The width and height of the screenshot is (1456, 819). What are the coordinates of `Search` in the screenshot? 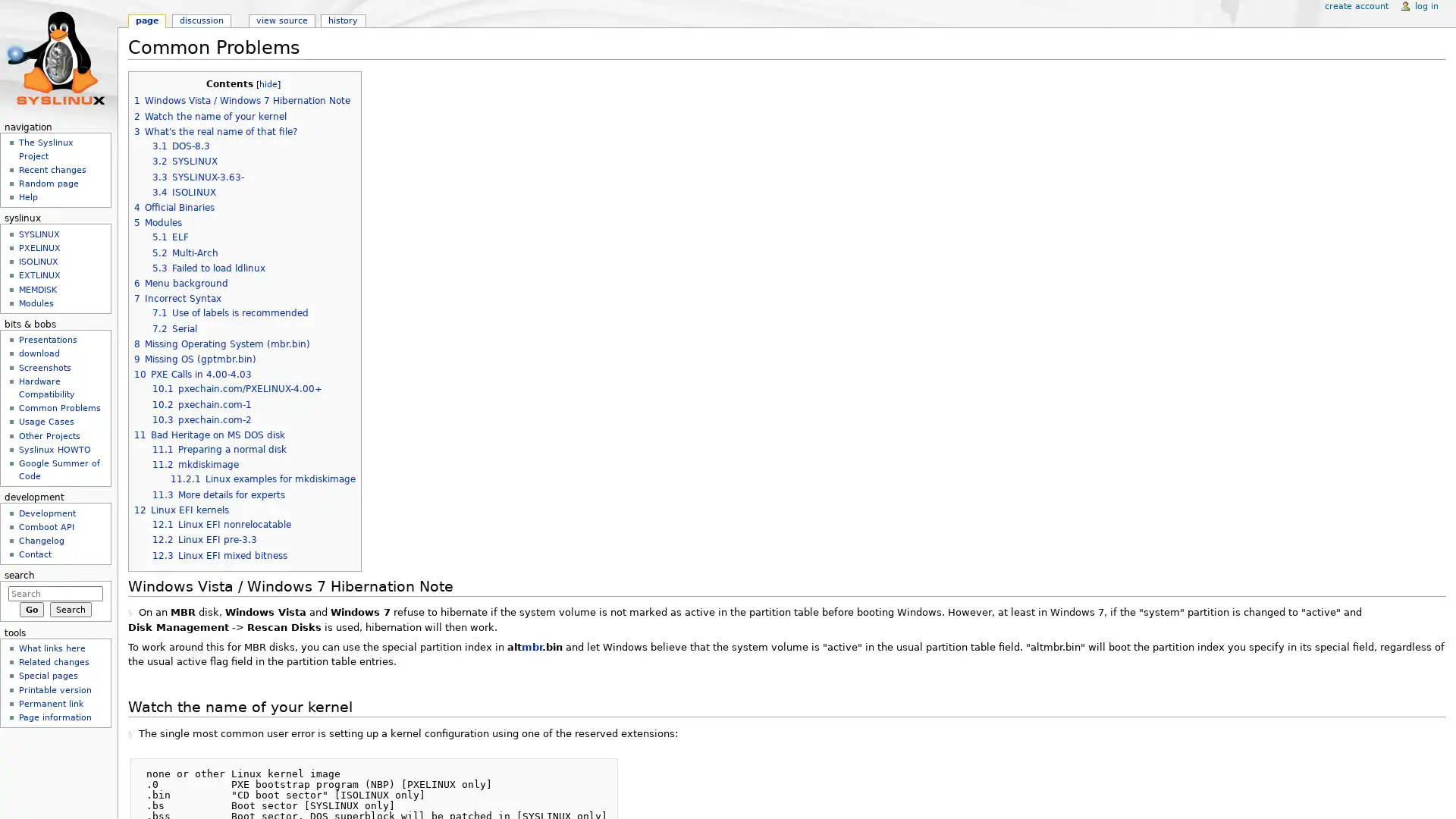 It's located at (70, 608).